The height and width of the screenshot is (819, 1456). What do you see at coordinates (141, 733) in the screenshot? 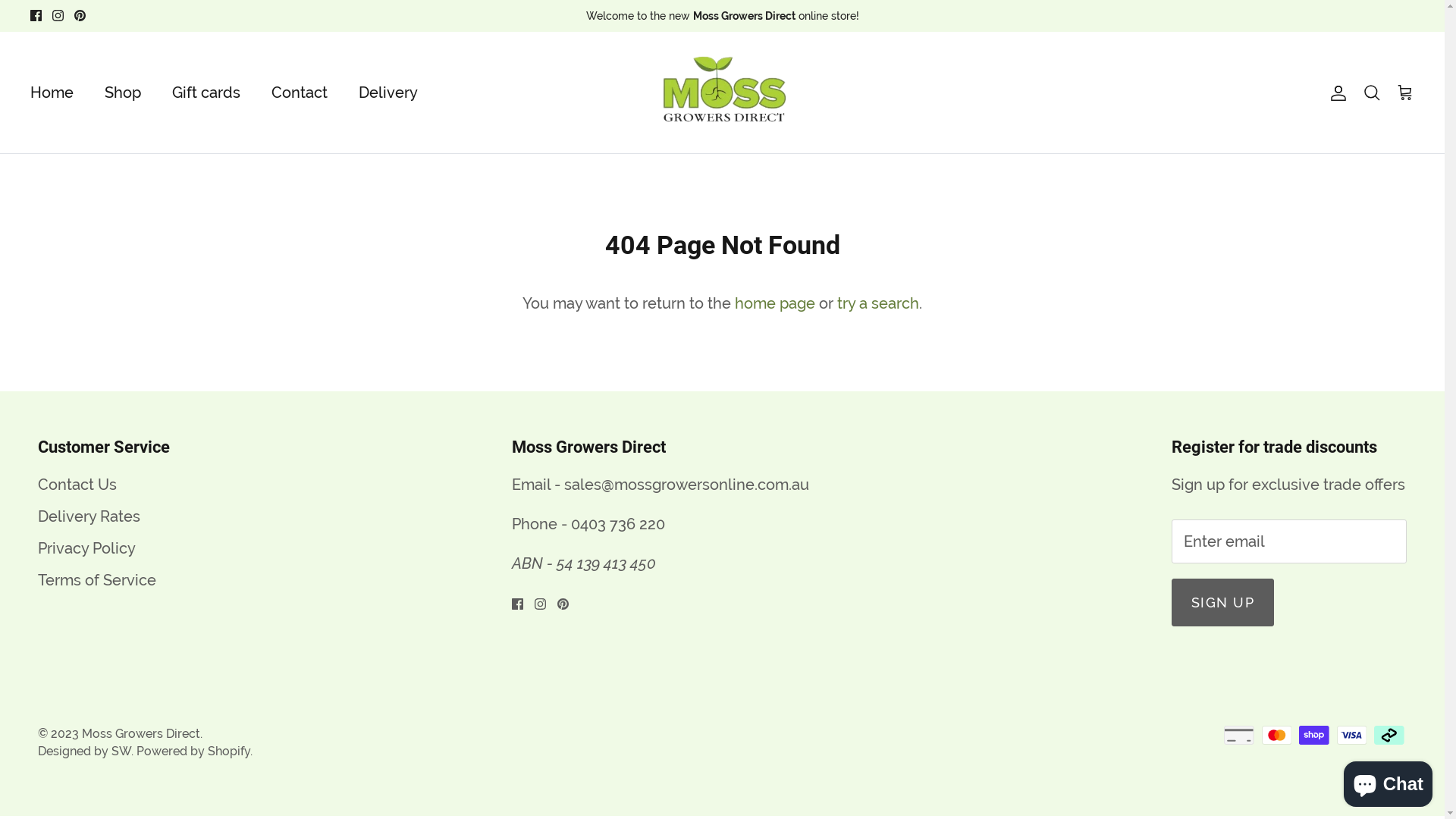
I see `'Moss Growers Direct'` at bounding box center [141, 733].